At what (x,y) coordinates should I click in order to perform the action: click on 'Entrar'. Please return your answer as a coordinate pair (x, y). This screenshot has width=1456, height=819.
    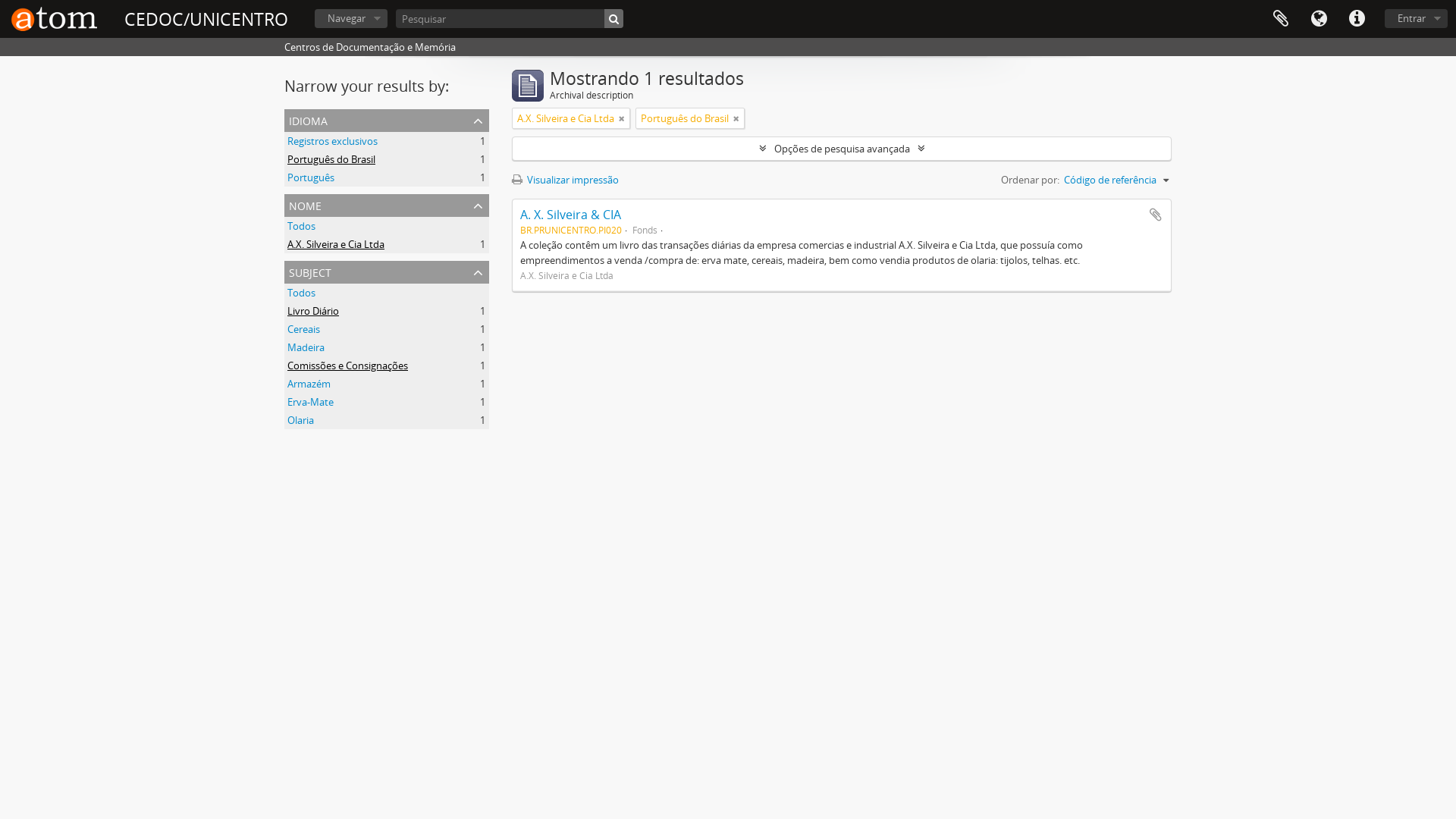
    Looking at the image, I should click on (1415, 18).